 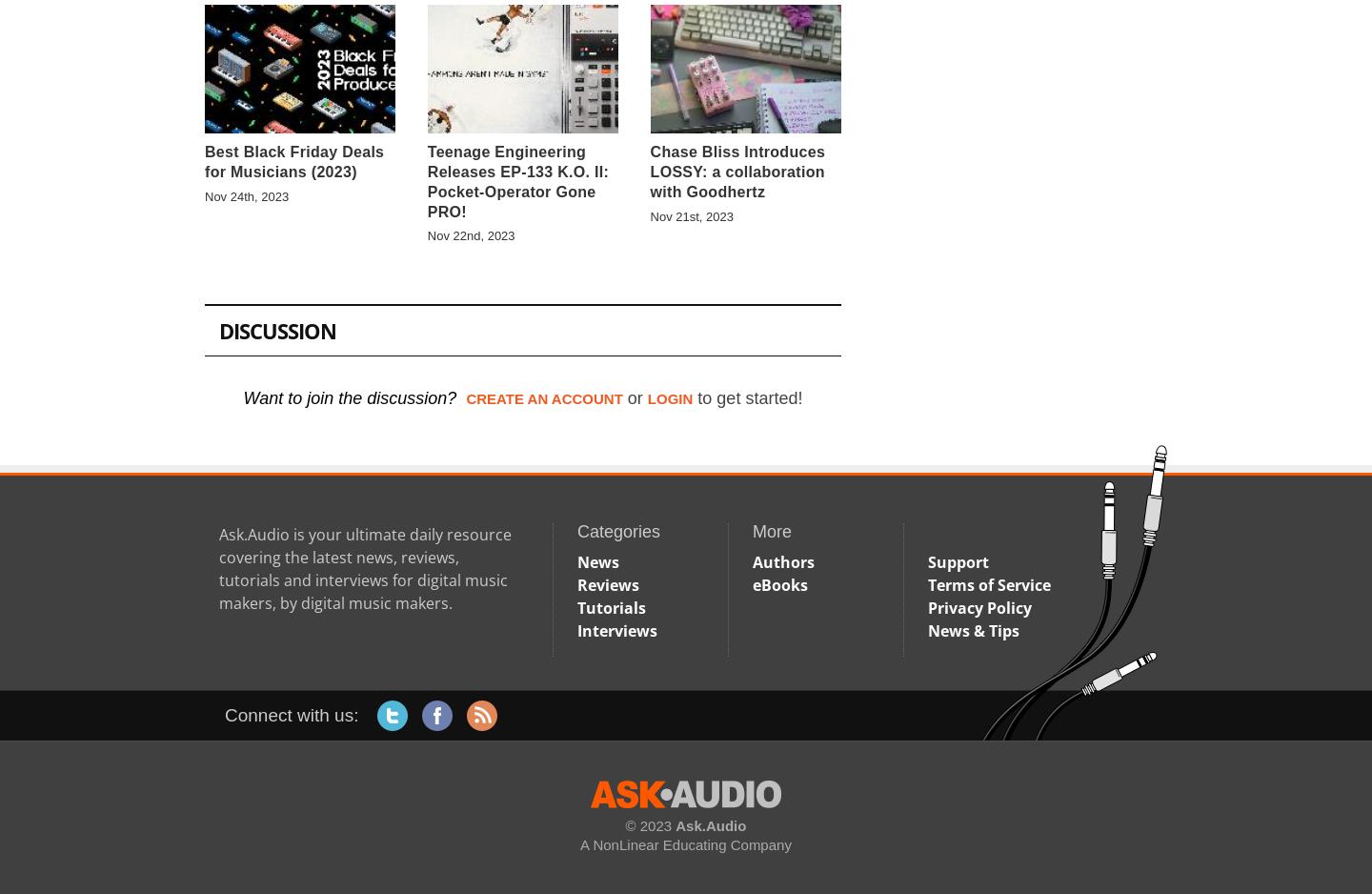 I want to click on 'Nov 22nd, 2023', so click(x=470, y=234).